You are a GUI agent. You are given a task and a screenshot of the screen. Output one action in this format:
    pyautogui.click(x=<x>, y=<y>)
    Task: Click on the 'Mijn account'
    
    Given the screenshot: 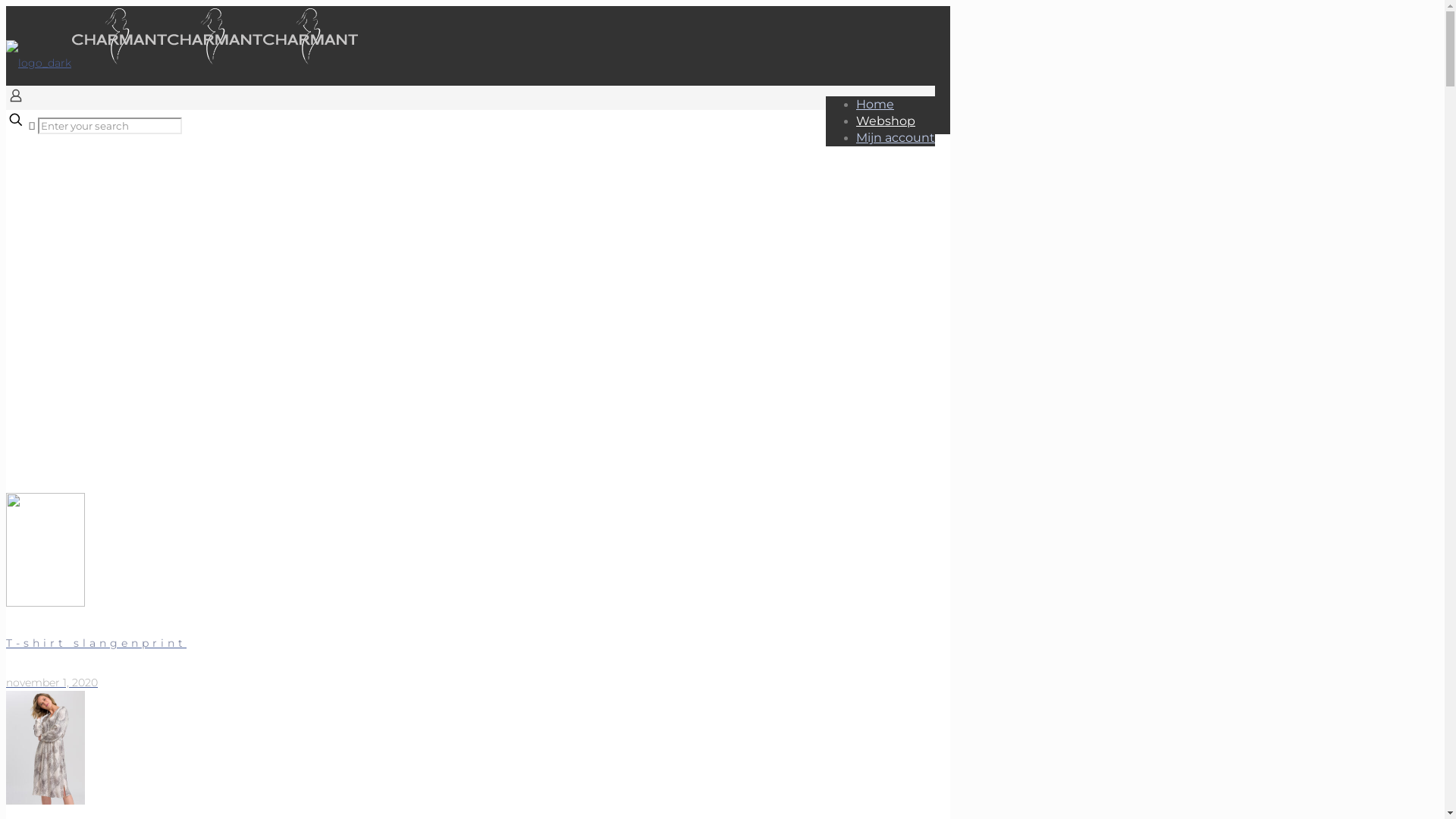 What is the action you would take?
    pyautogui.click(x=895, y=137)
    